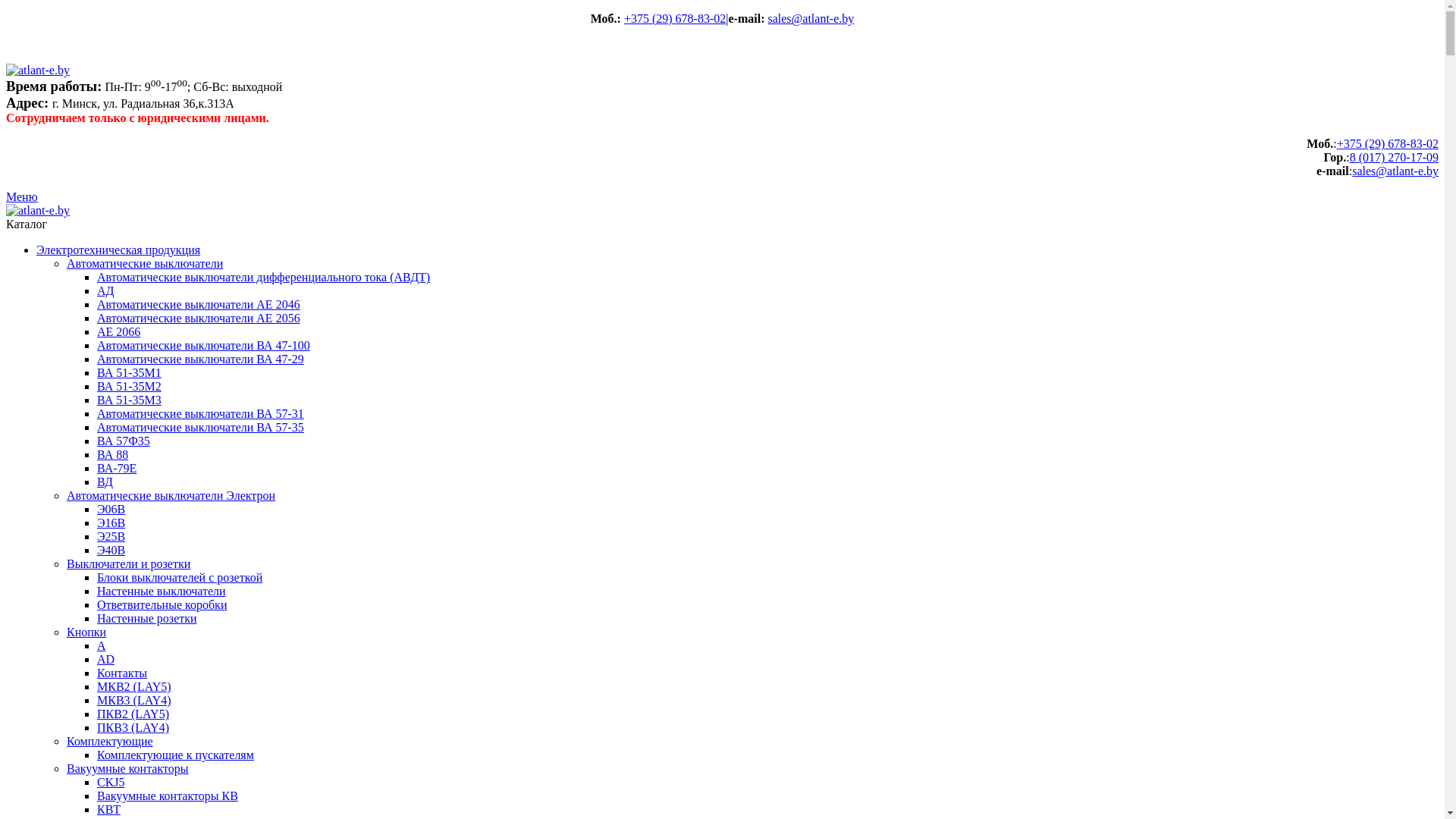  Describe the element at coordinates (1387, 143) in the screenshot. I see `'+375 (29) 678-83-02'` at that location.